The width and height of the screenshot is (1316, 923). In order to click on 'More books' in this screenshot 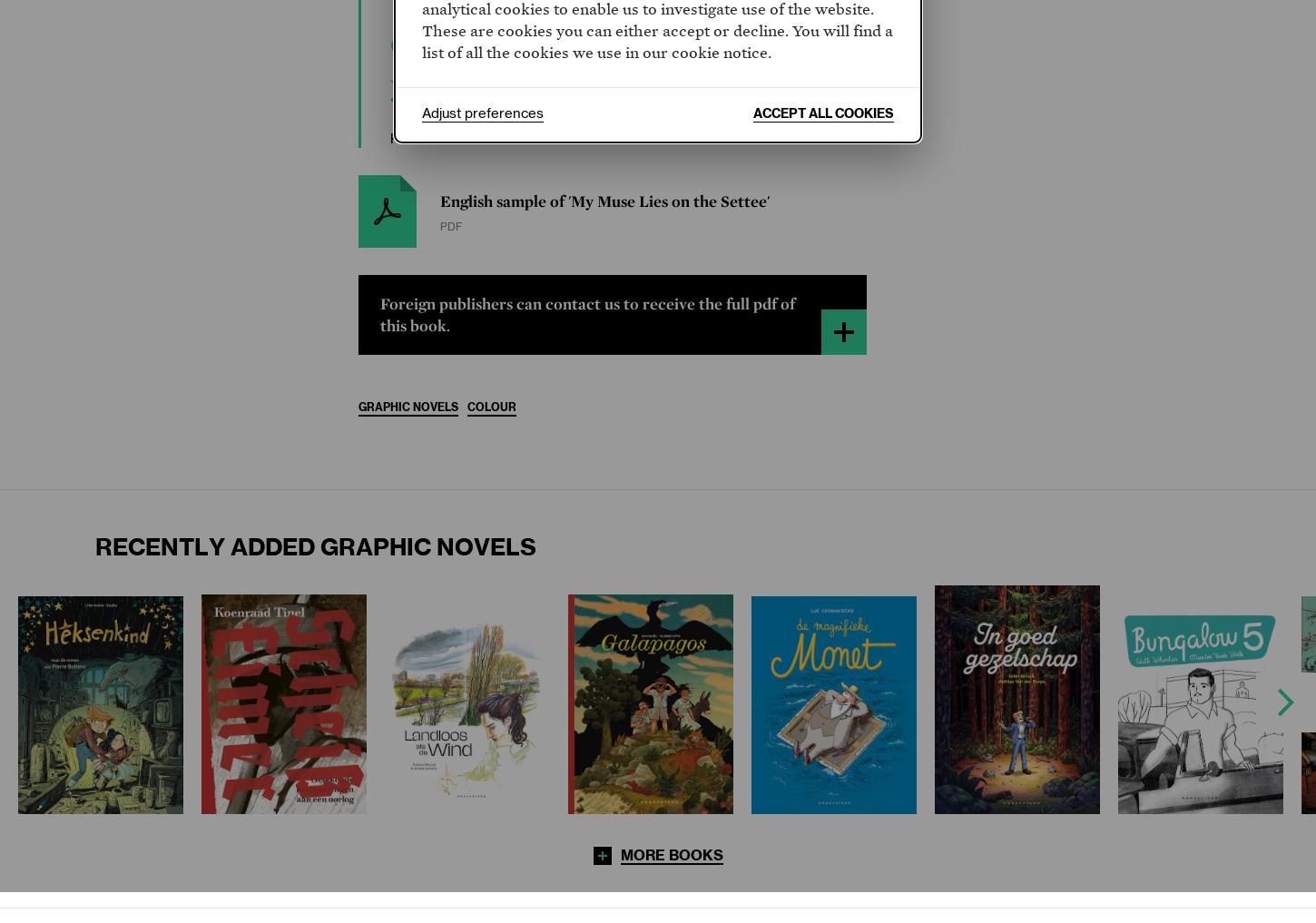, I will do `click(671, 854)`.